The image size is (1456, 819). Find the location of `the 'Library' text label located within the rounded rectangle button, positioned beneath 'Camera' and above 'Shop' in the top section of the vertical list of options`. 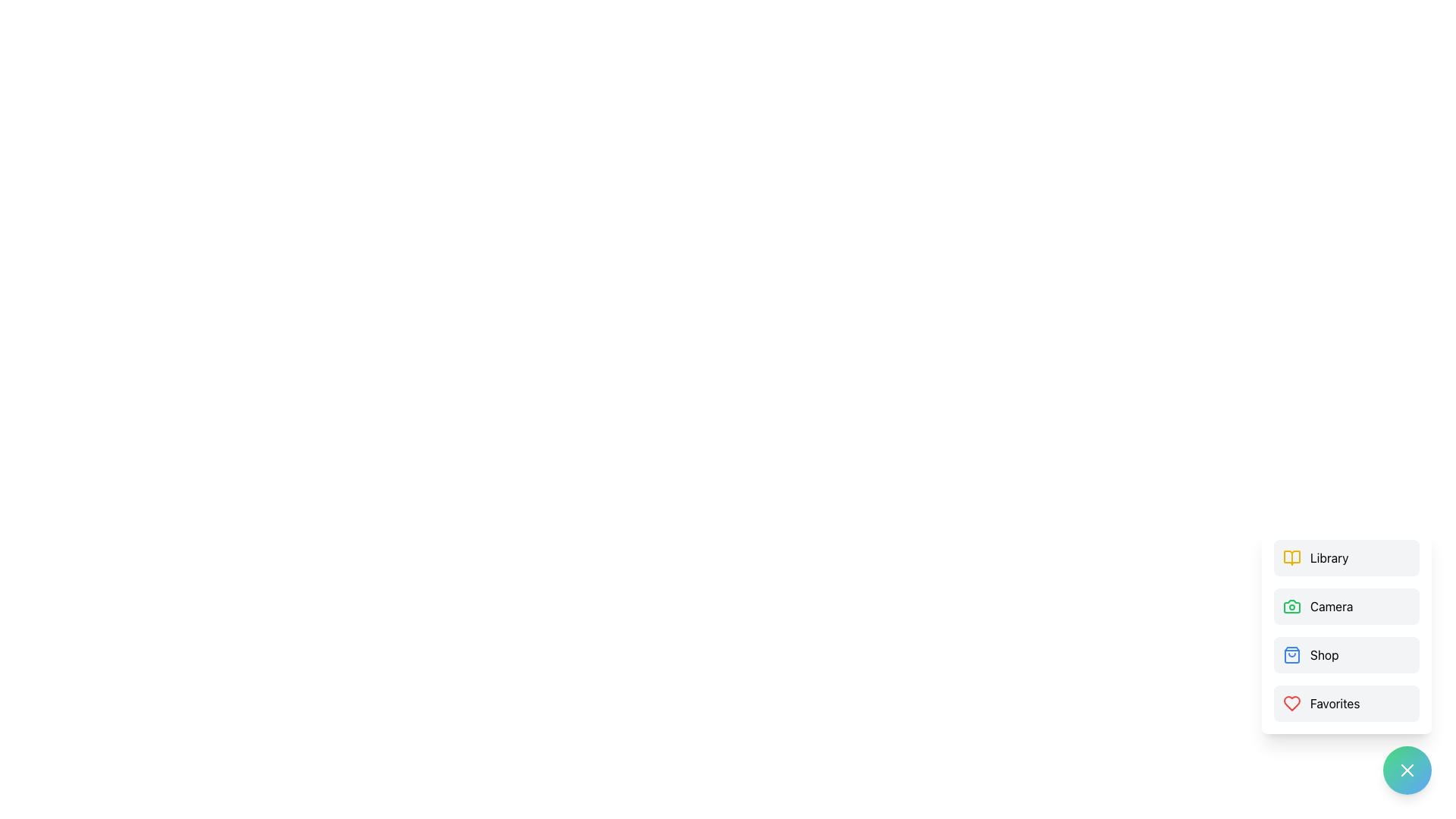

the 'Library' text label located within the rounded rectangle button, positioned beneath 'Camera' and above 'Shop' in the top section of the vertical list of options is located at coordinates (1329, 558).